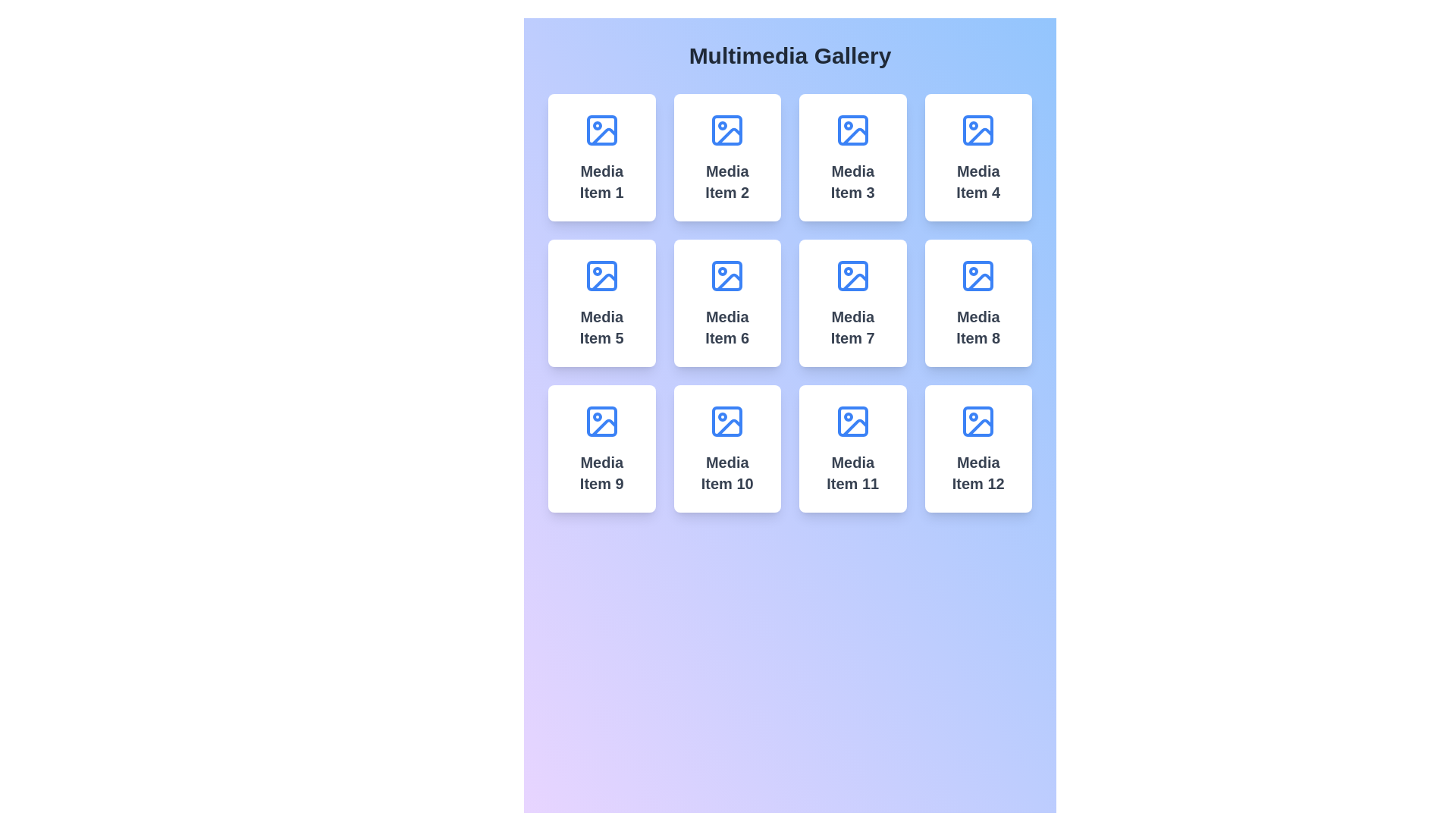 This screenshot has width=1456, height=819. What do you see at coordinates (978, 130) in the screenshot?
I see `the graphical shape that is part of the icon labeled 'Media Item 4' in the fourth position of the top row of the multimedia gallery` at bounding box center [978, 130].